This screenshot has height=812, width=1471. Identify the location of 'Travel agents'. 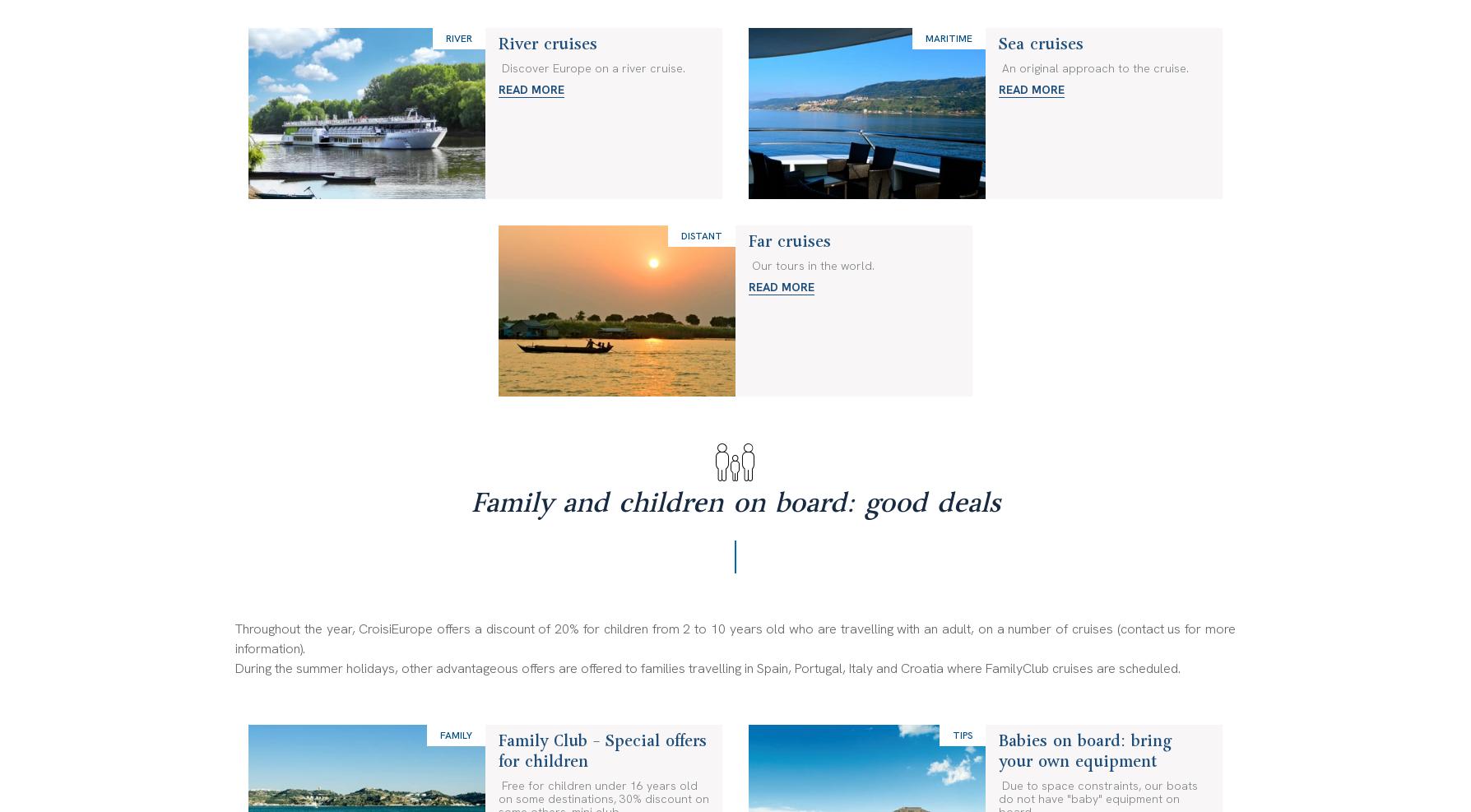
(735, 126).